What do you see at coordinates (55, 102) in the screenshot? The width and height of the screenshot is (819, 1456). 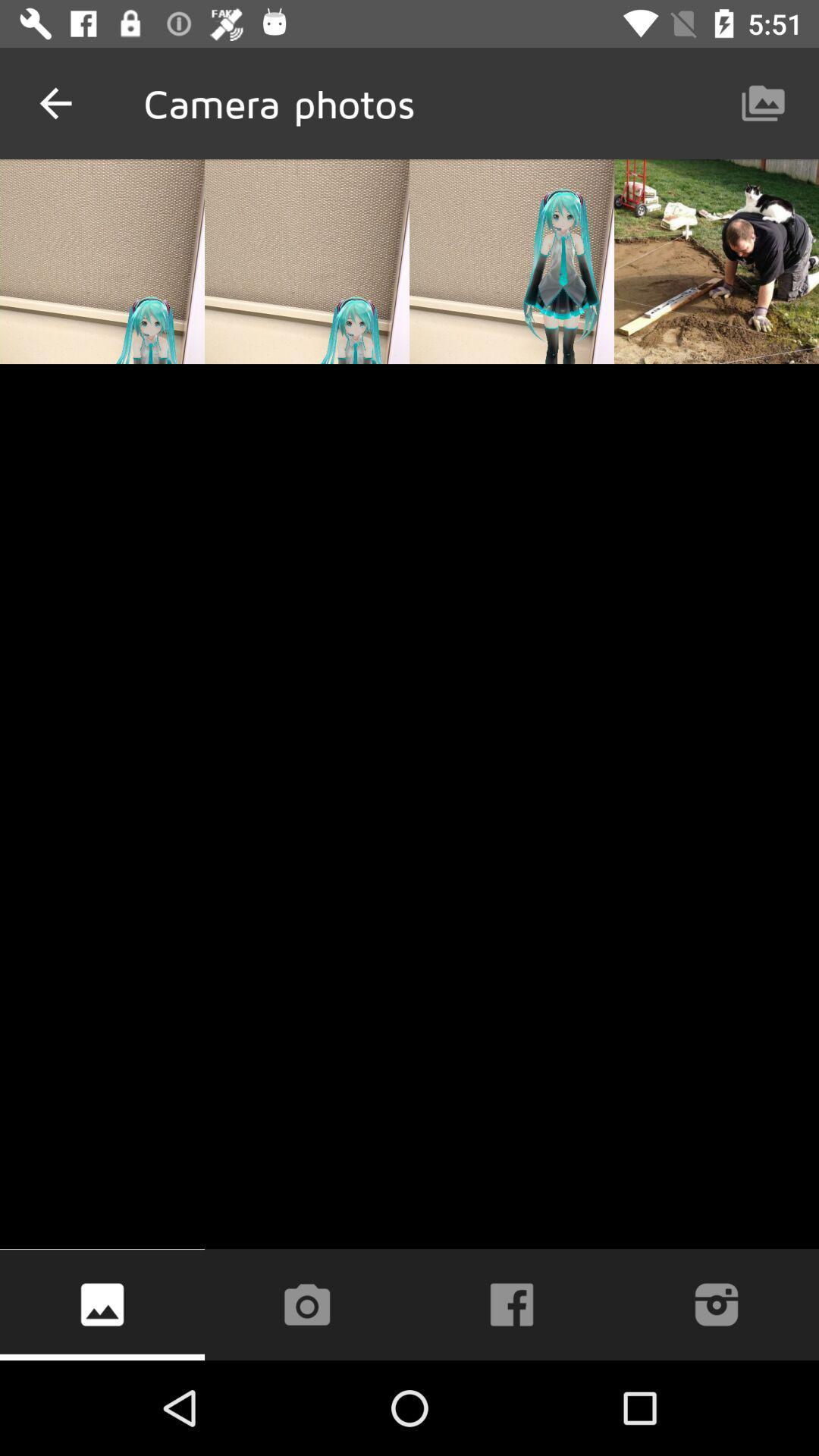 I see `the icon to the left of camera photos item` at bounding box center [55, 102].